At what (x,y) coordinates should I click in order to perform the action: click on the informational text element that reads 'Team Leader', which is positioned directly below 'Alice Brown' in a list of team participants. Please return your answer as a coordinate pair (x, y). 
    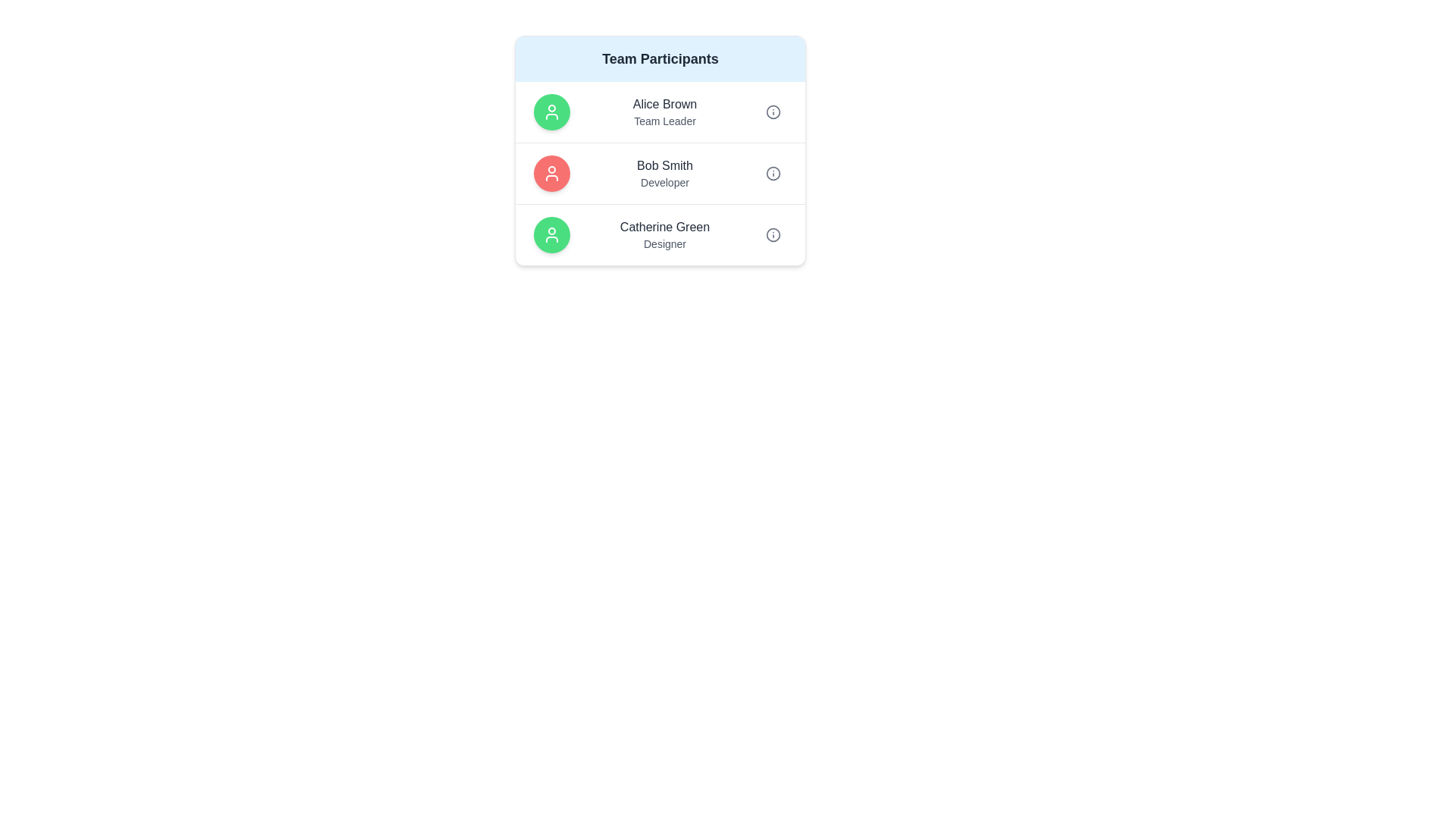
    Looking at the image, I should click on (665, 120).